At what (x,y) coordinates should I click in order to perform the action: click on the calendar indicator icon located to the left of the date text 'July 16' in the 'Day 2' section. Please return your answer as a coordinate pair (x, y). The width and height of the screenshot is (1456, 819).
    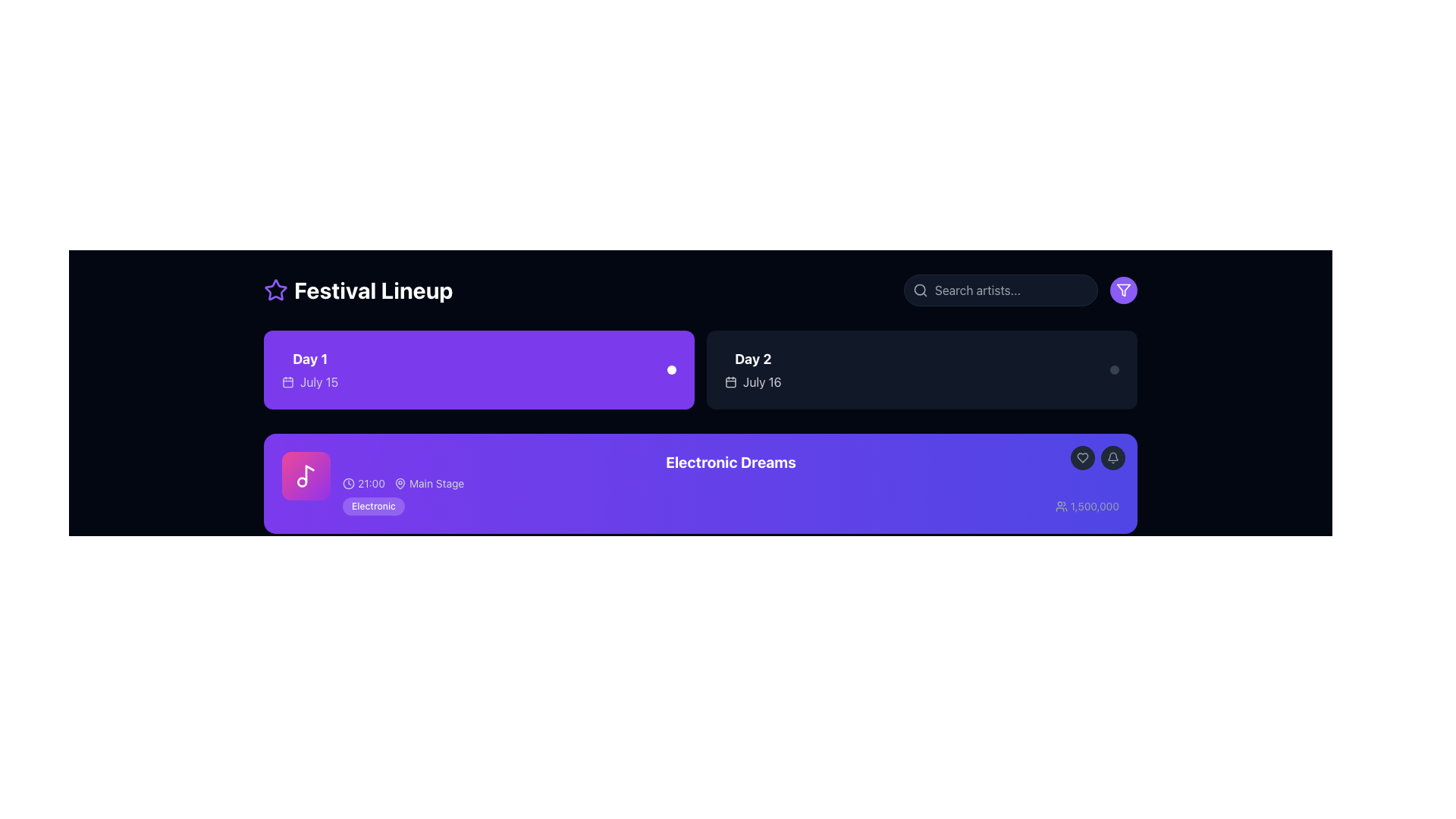
    Looking at the image, I should click on (731, 381).